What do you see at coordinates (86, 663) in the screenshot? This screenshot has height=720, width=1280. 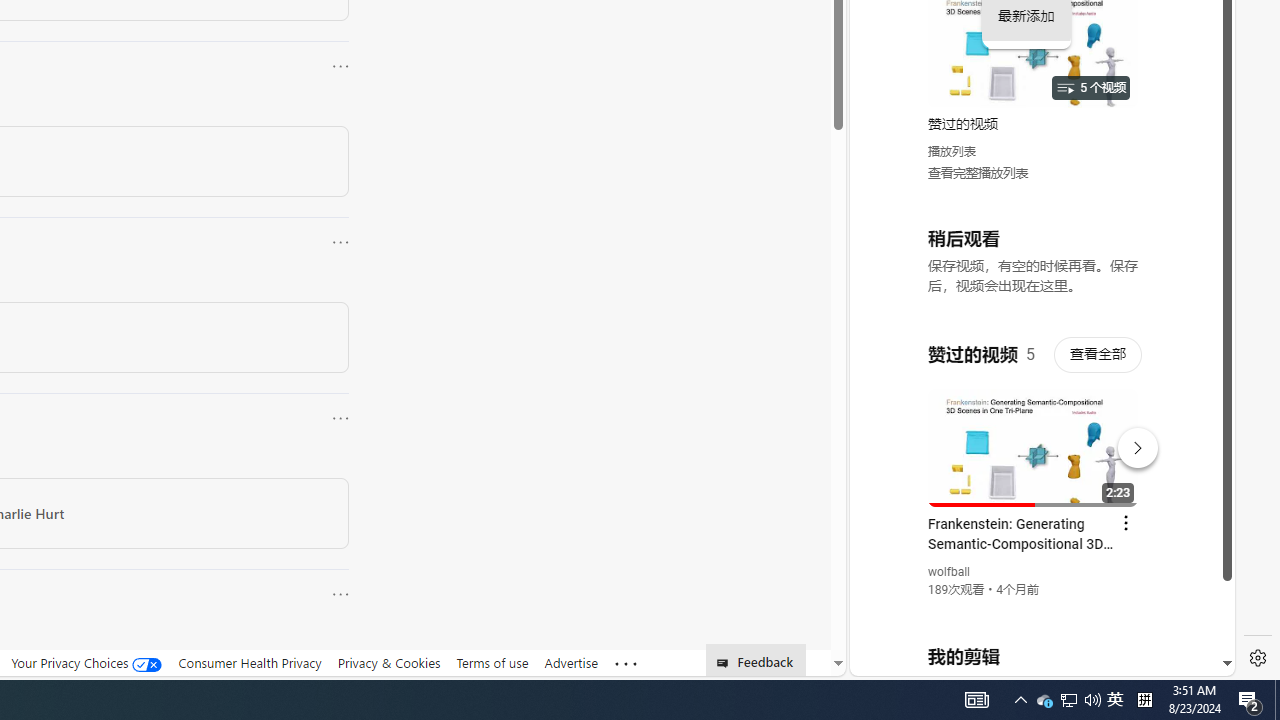 I see `'Your Privacy Choices'` at bounding box center [86, 663].